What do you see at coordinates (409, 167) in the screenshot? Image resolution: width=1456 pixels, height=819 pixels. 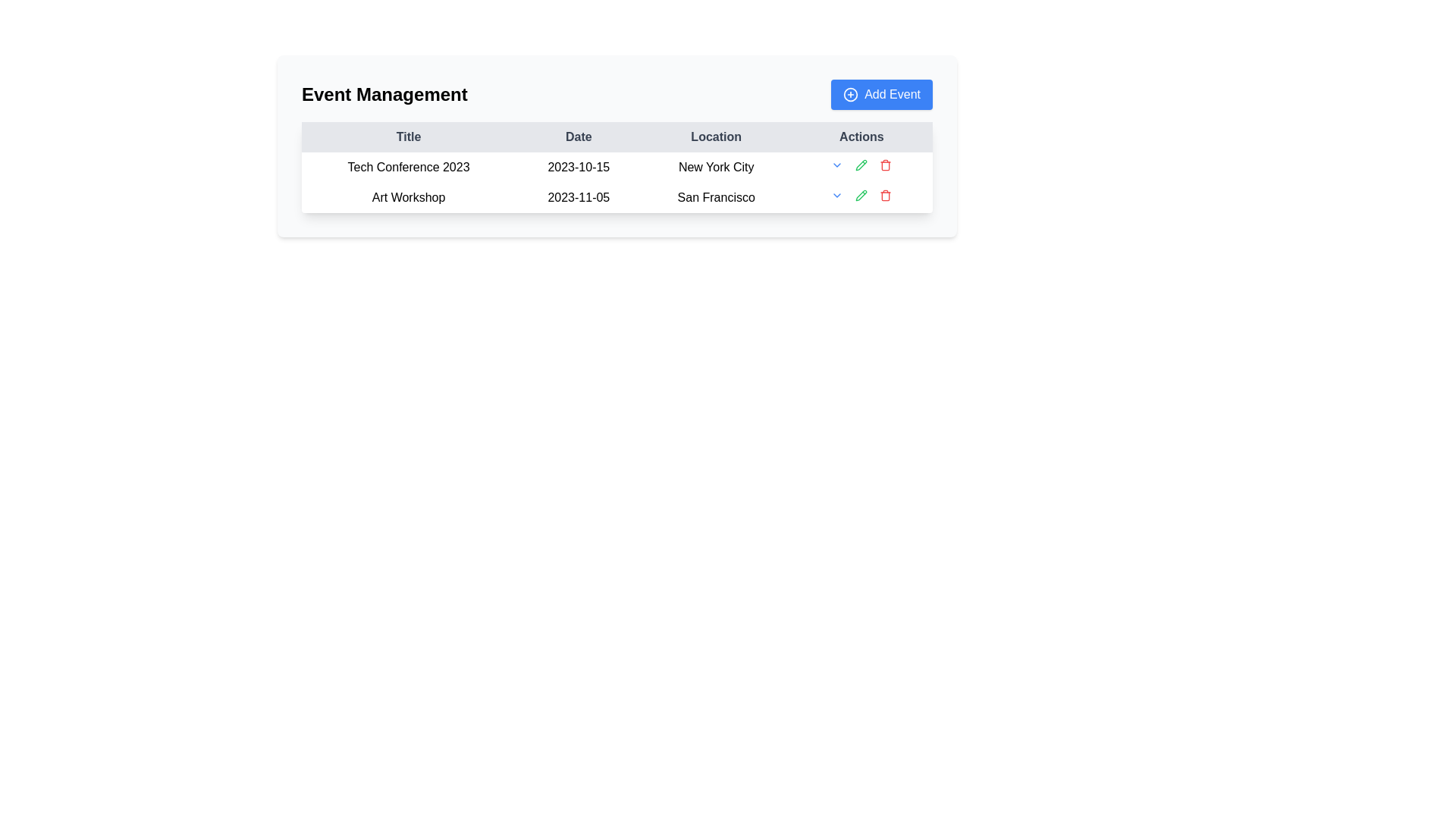 I see `the static text label displaying 'Tech Conference 2023' located in the first cell under the 'Title' column of the tabular data layout` at bounding box center [409, 167].